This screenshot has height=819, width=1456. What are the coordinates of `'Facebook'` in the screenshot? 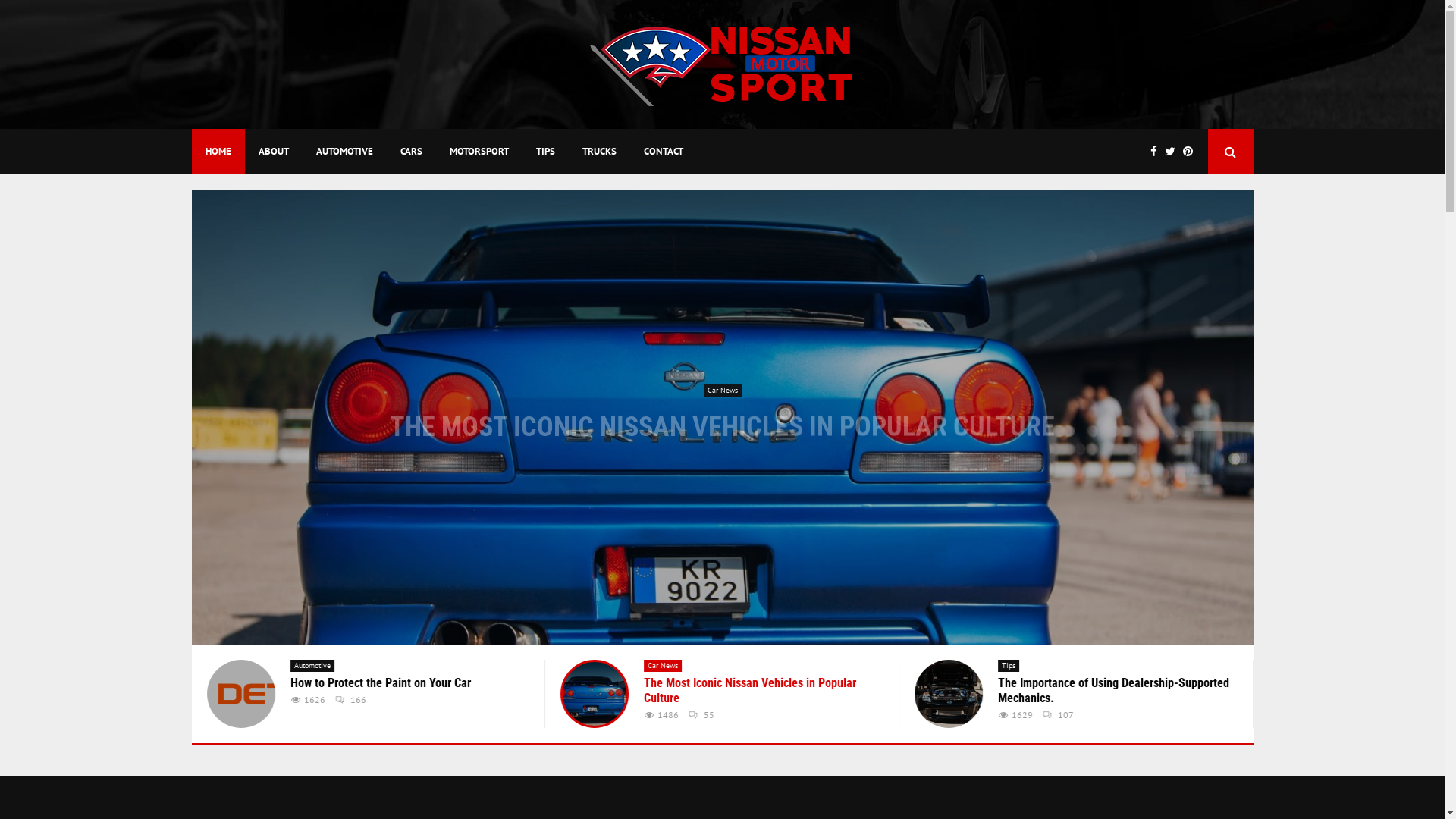 It's located at (1156, 152).